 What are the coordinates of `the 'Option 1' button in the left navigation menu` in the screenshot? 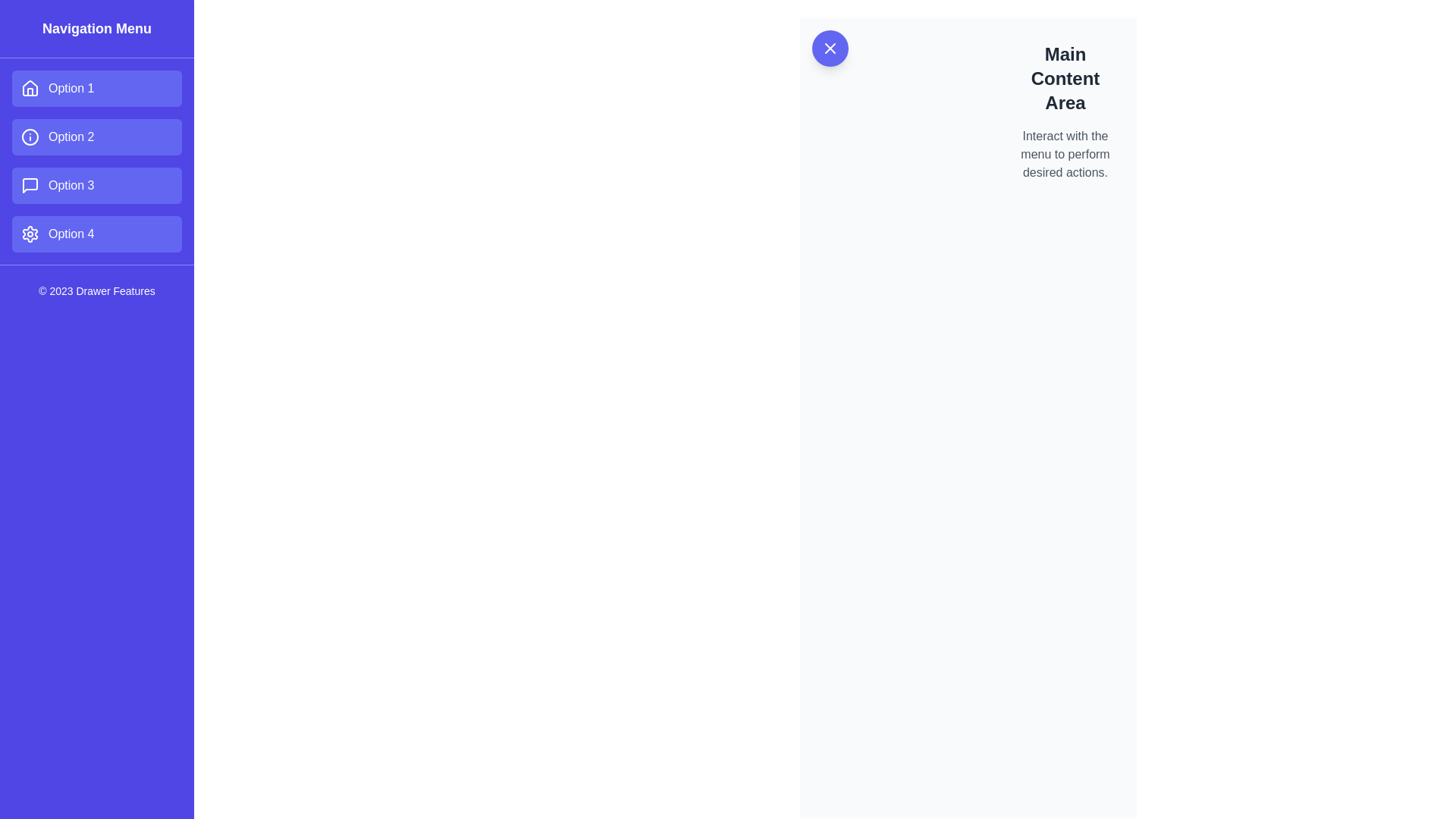 It's located at (96, 88).